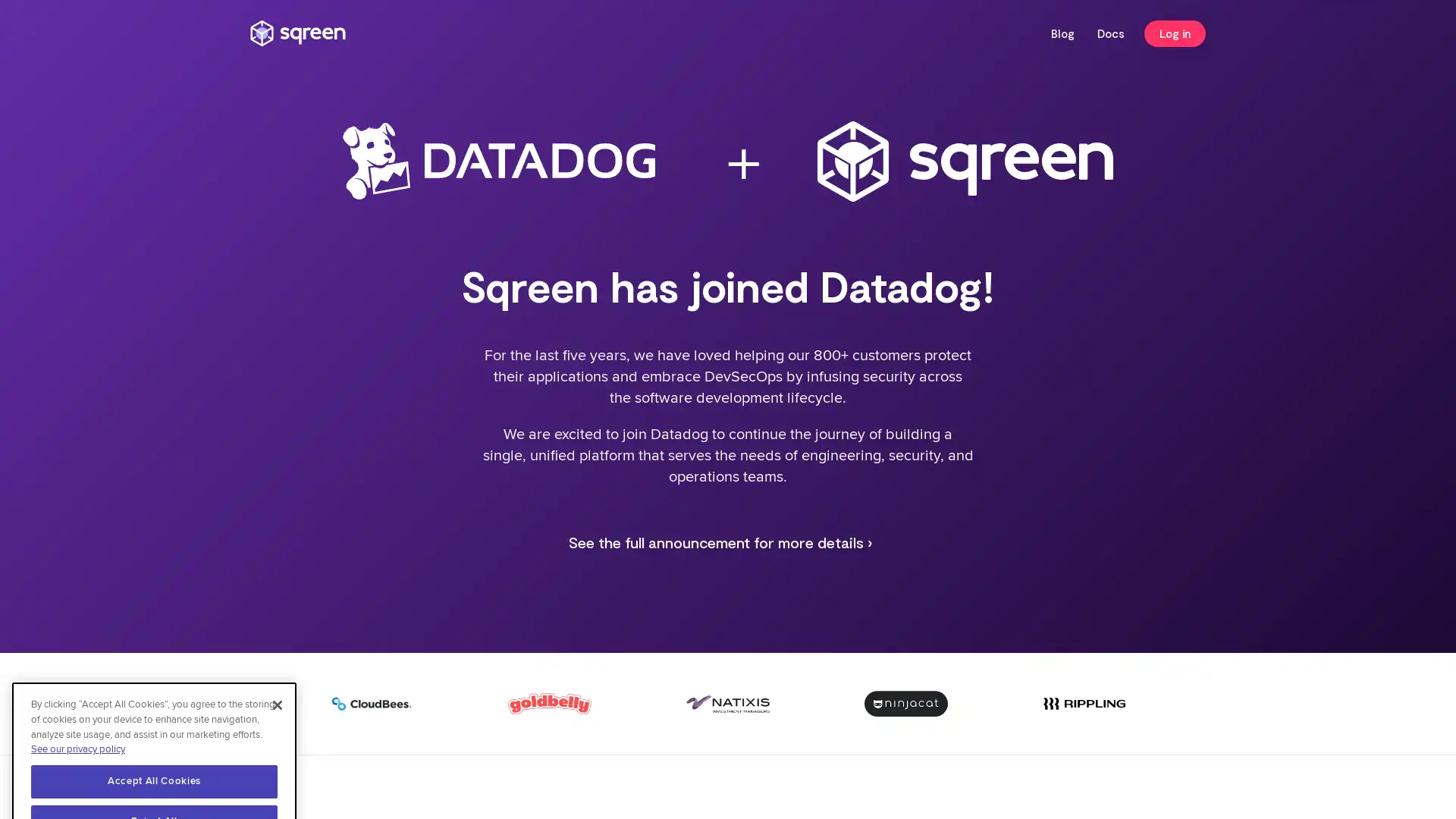  What do you see at coordinates (154, 762) in the screenshot?
I see `Reject All` at bounding box center [154, 762].